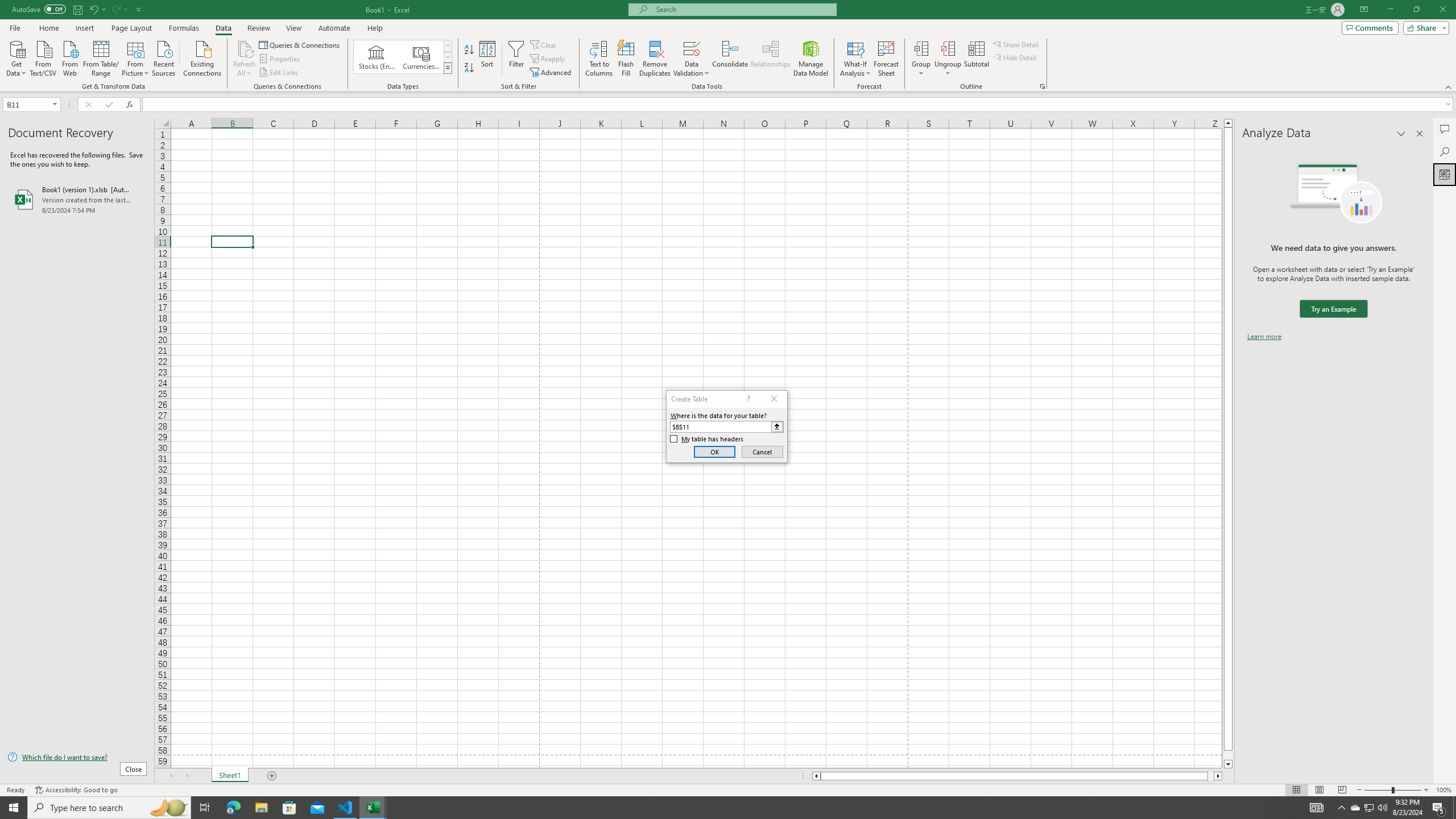  Describe the element at coordinates (976, 59) in the screenshot. I see `'Subtotal'` at that location.